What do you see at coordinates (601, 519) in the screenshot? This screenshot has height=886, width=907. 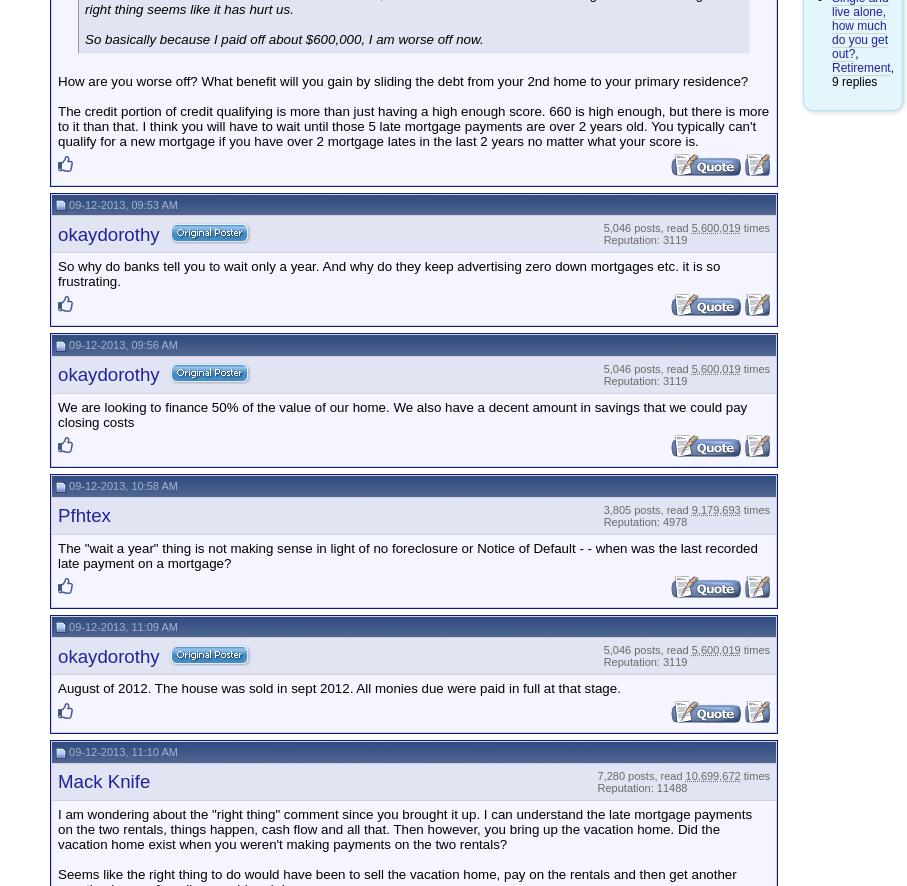 I see `'Reputation: 4978'` at bounding box center [601, 519].